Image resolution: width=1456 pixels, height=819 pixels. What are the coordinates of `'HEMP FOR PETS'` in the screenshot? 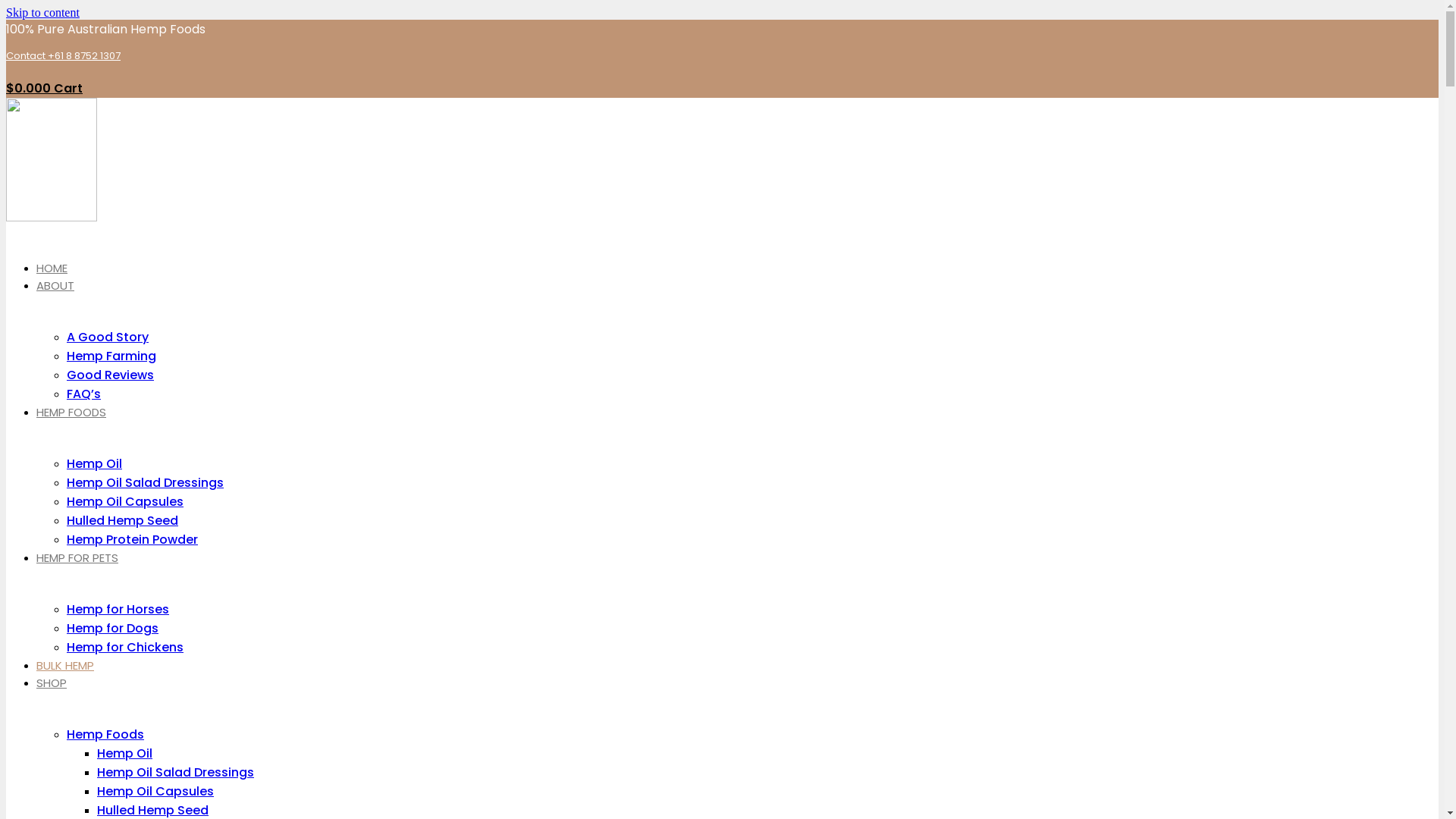 It's located at (76, 557).